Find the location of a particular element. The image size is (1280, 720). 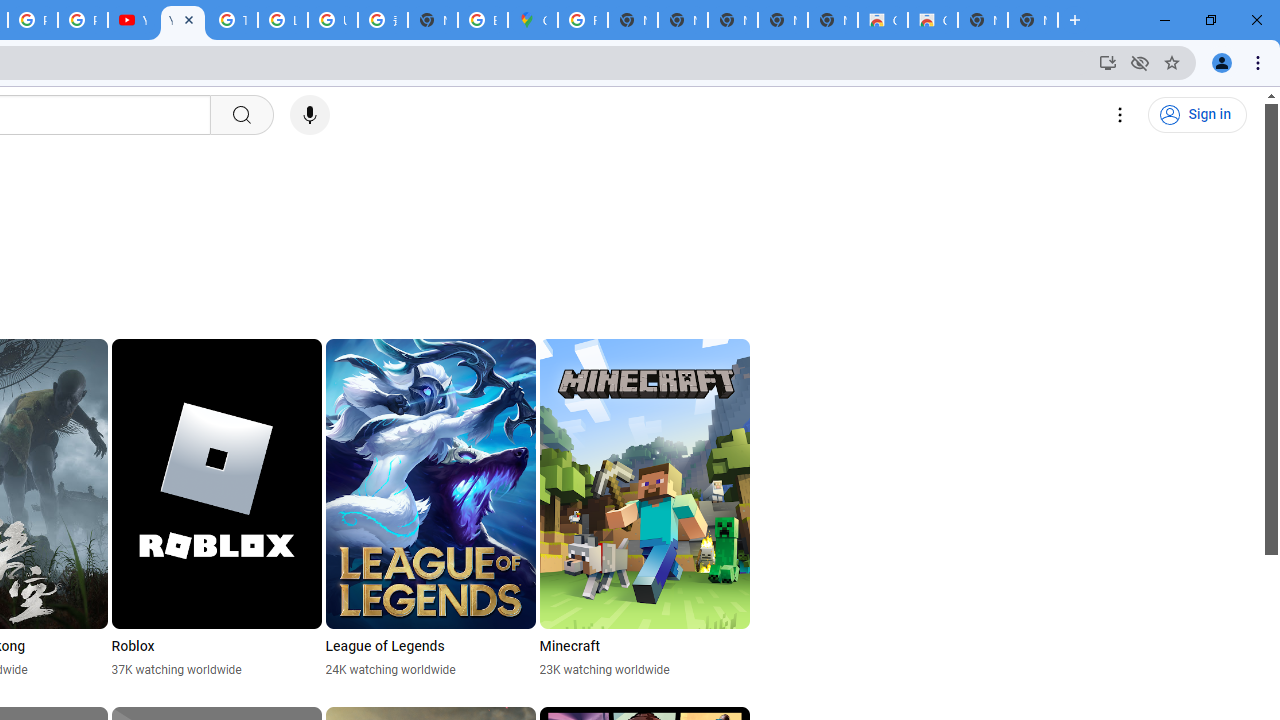

'Tips & tricks for Chrome - Google Chrome Help' is located at coordinates (232, 20).